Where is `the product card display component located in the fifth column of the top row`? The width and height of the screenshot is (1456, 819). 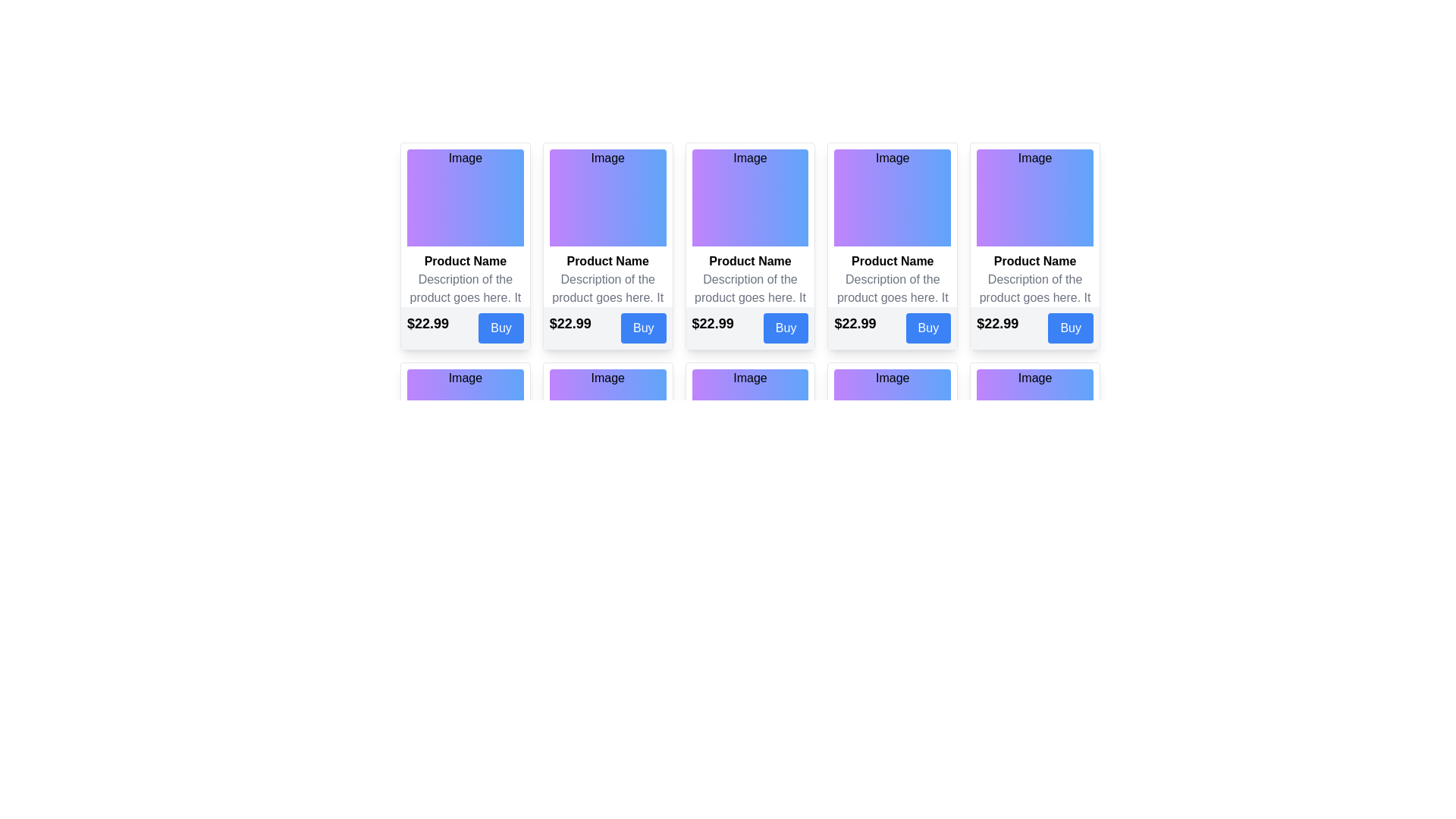
the product card display component located in the fifth column of the top row is located at coordinates (893, 465).